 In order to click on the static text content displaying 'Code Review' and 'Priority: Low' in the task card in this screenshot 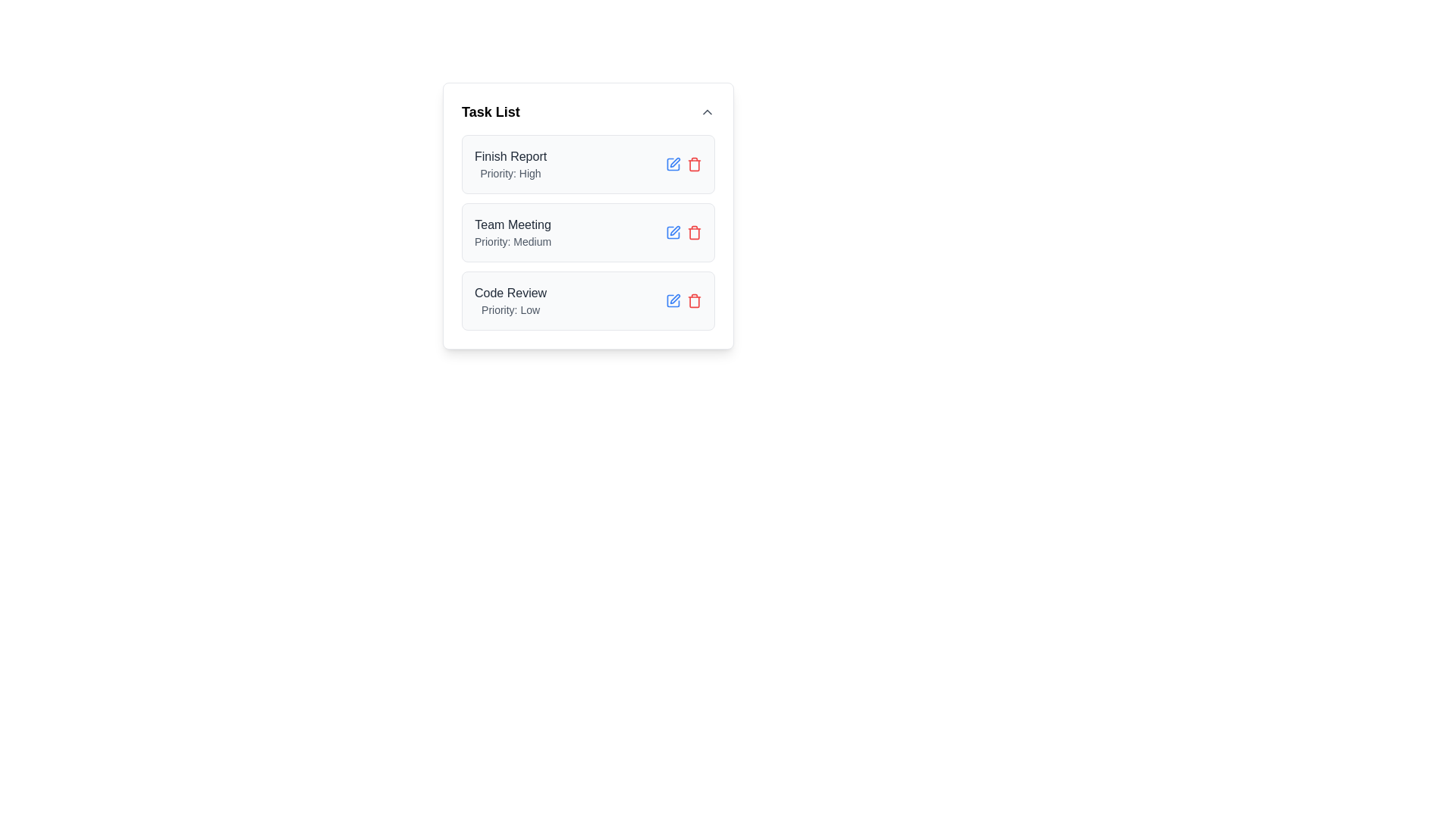, I will do `click(510, 301)`.